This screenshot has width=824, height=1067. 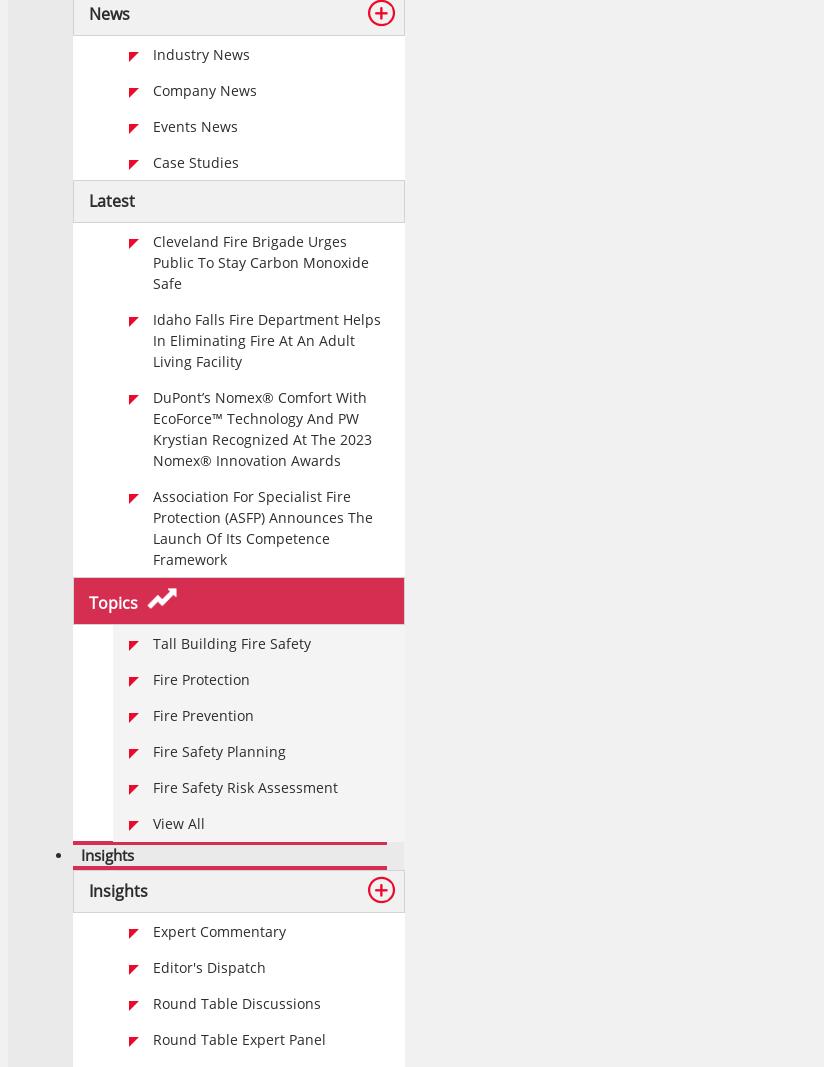 What do you see at coordinates (203, 714) in the screenshot?
I see `'Fire Prevention'` at bounding box center [203, 714].